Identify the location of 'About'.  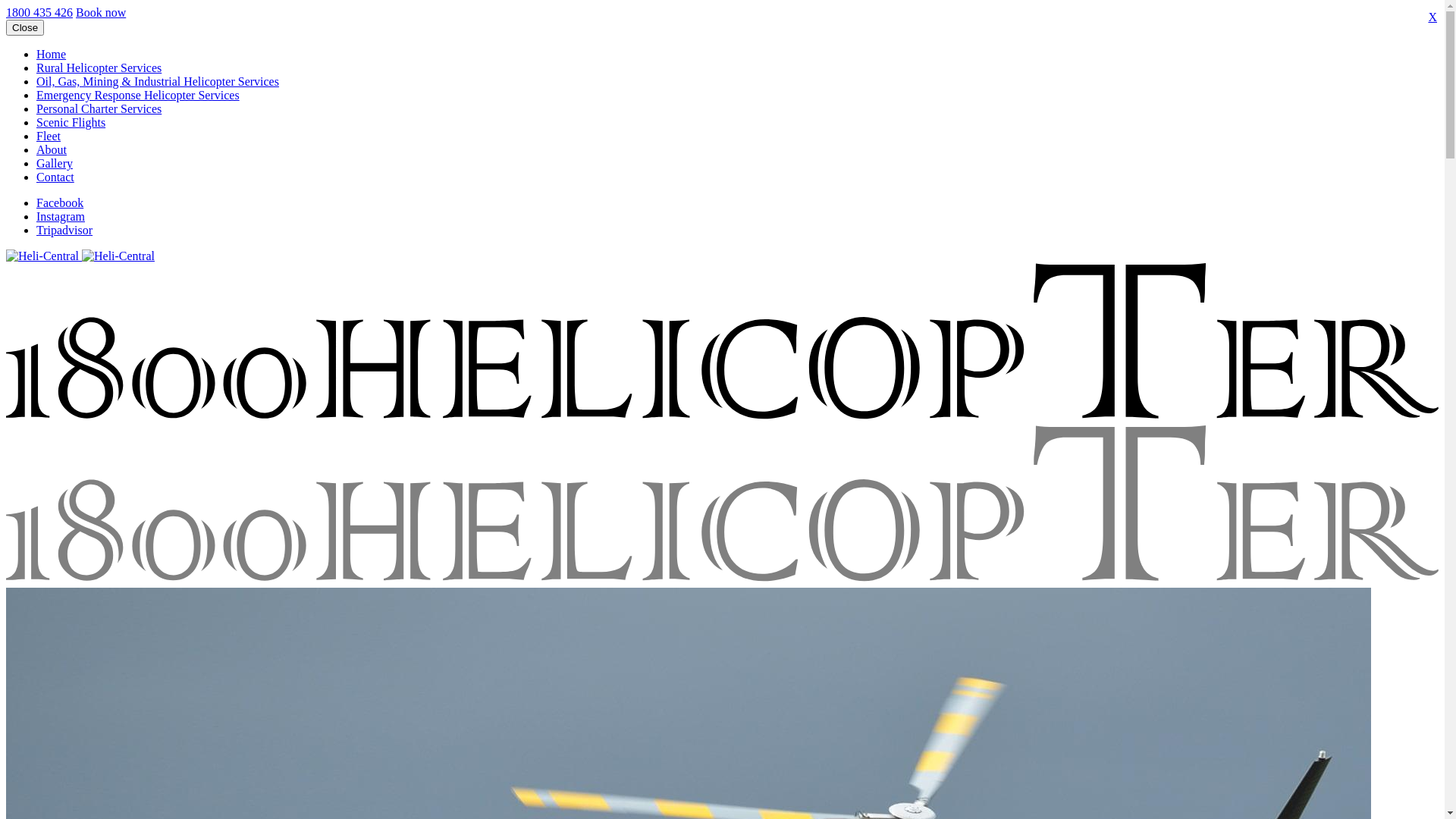
(51, 149).